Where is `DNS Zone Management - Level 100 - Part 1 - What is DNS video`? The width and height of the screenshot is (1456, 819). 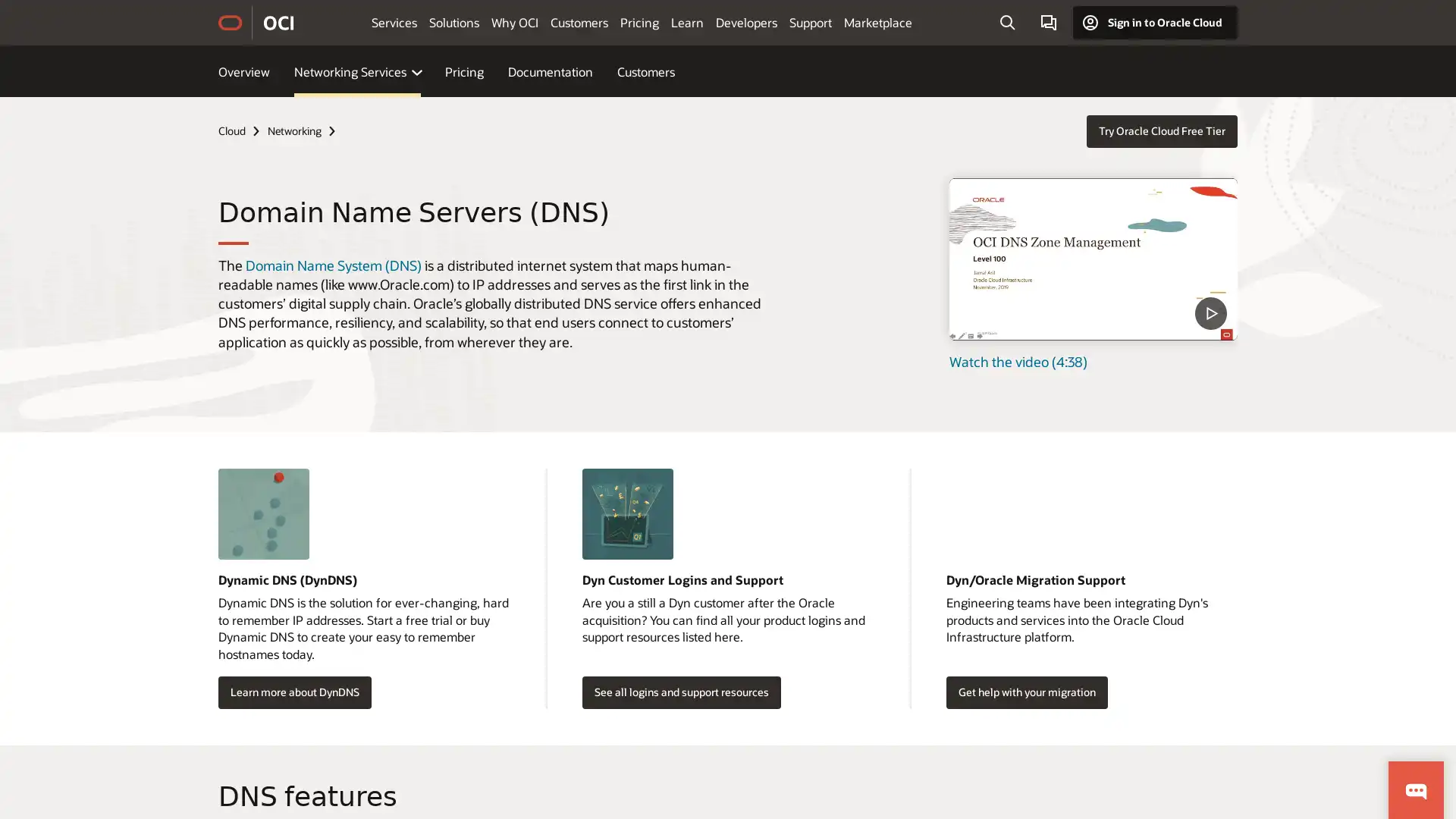 DNS Zone Management - Level 100 - Part 1 - What is DNS video is located at coordinates (1093, 258).